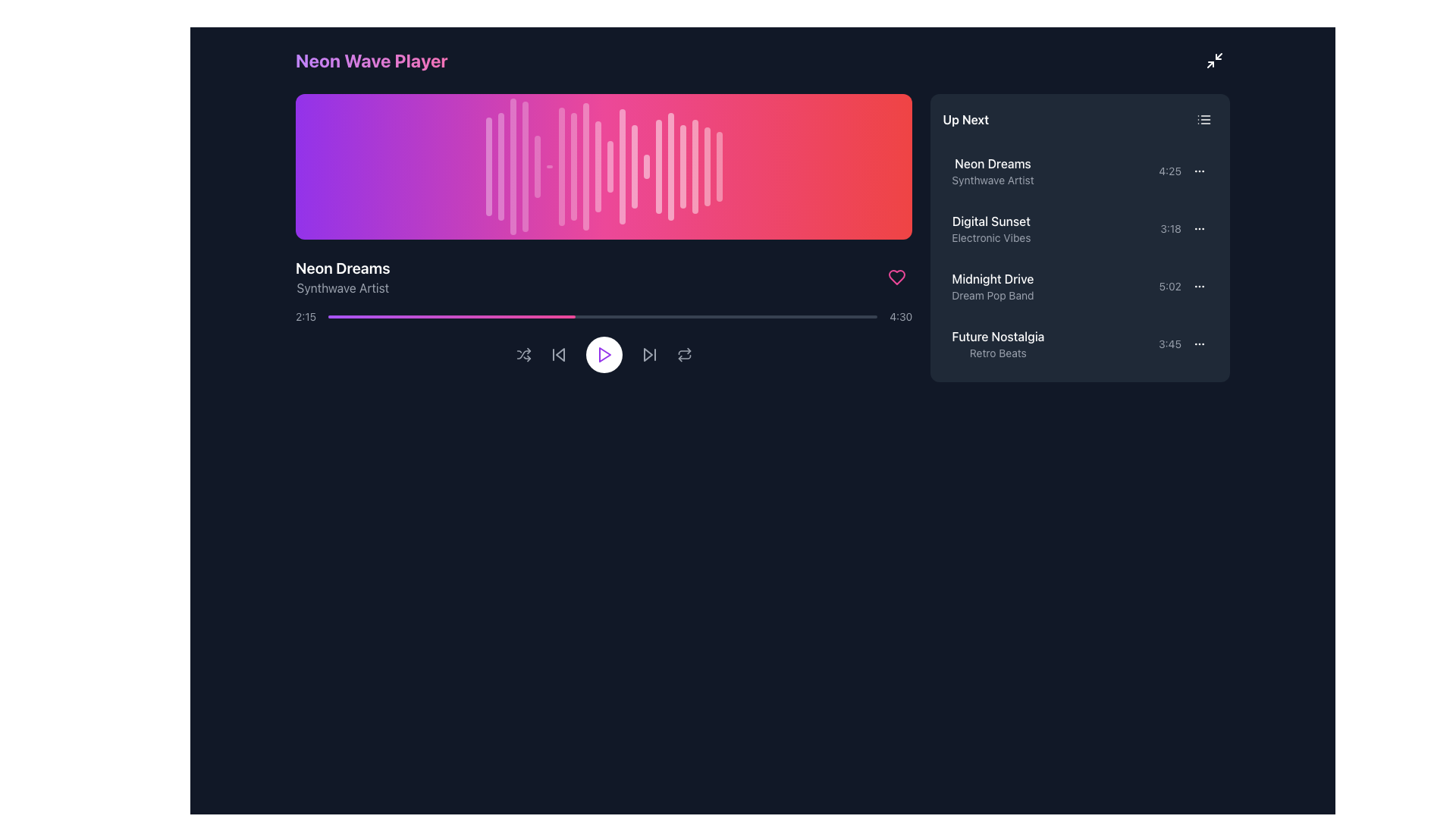  What do you see at coordinates (603, 354) in the screenshot?
I see `the triangular 'play' icon with a purple outline and white background located at the bottom center of the audio player interface` at bounding box center [603, 354].